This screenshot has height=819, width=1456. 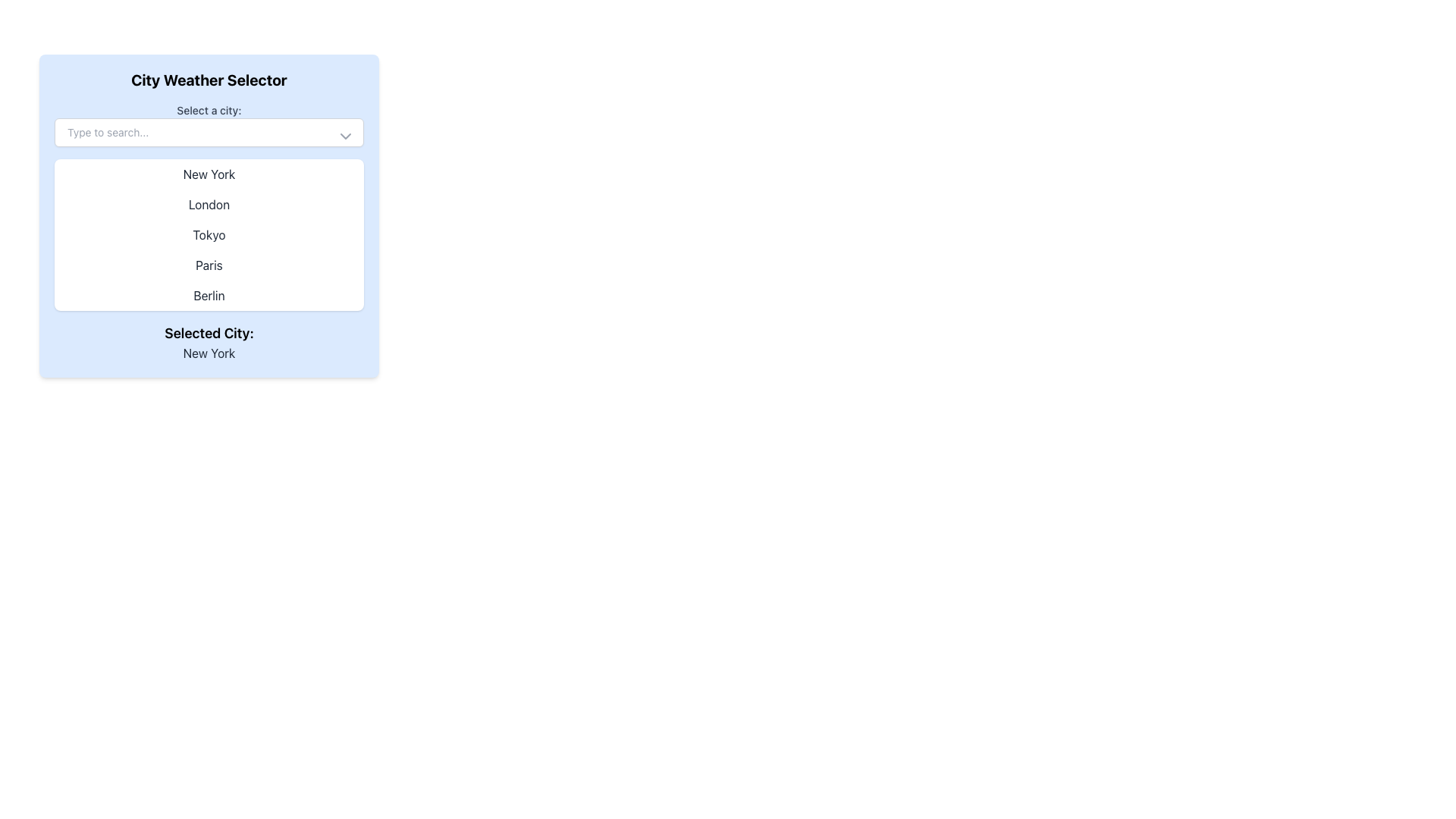 What do you see at coordinates (208, 124) in the screenshot?
I see `the chevron in the dropdown menu` at bounding box center [208, 124].